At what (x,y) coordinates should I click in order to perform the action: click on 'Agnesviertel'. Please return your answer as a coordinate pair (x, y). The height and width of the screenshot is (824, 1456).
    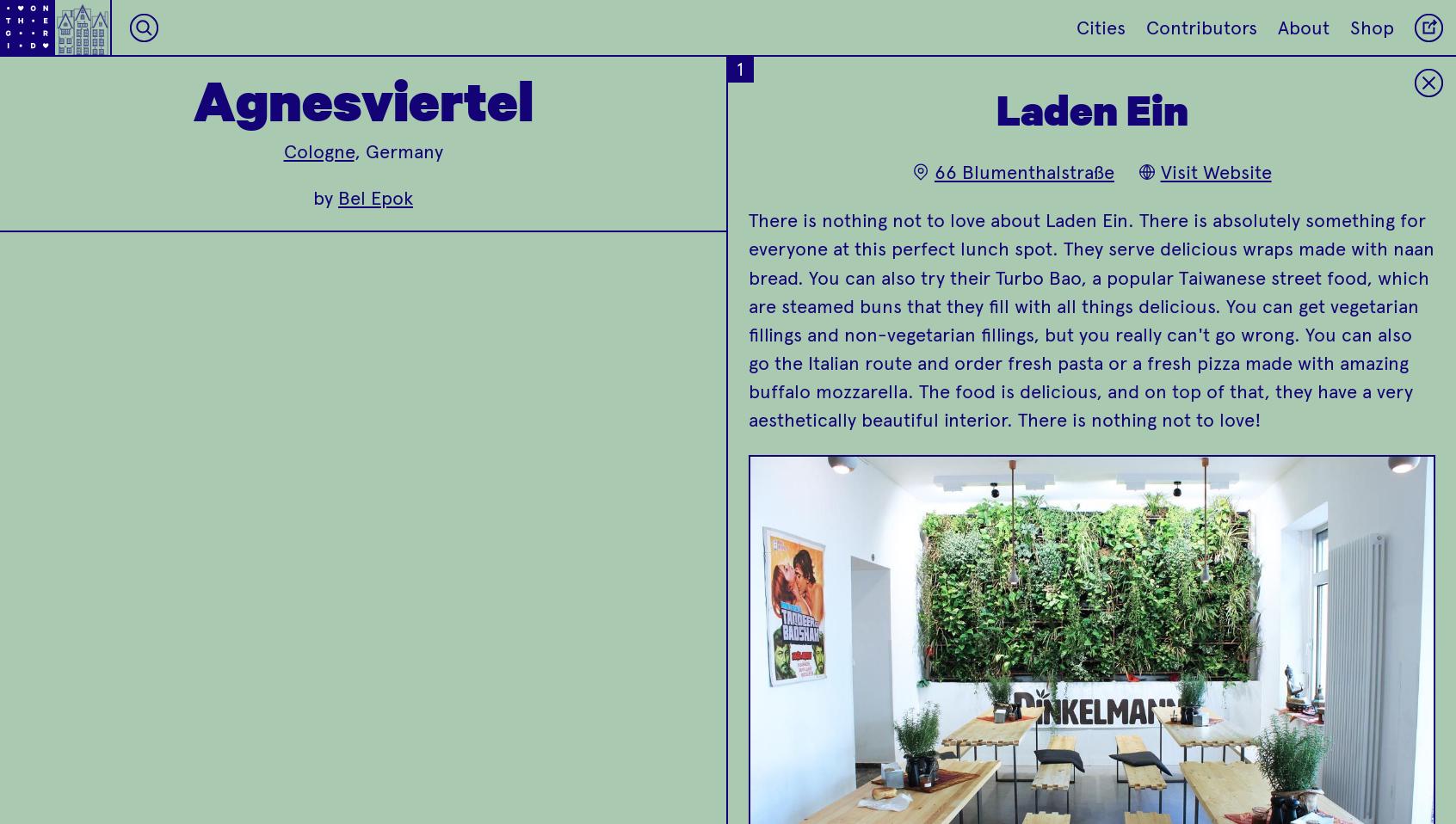
    Looking at the image, I should click on (362, 98).